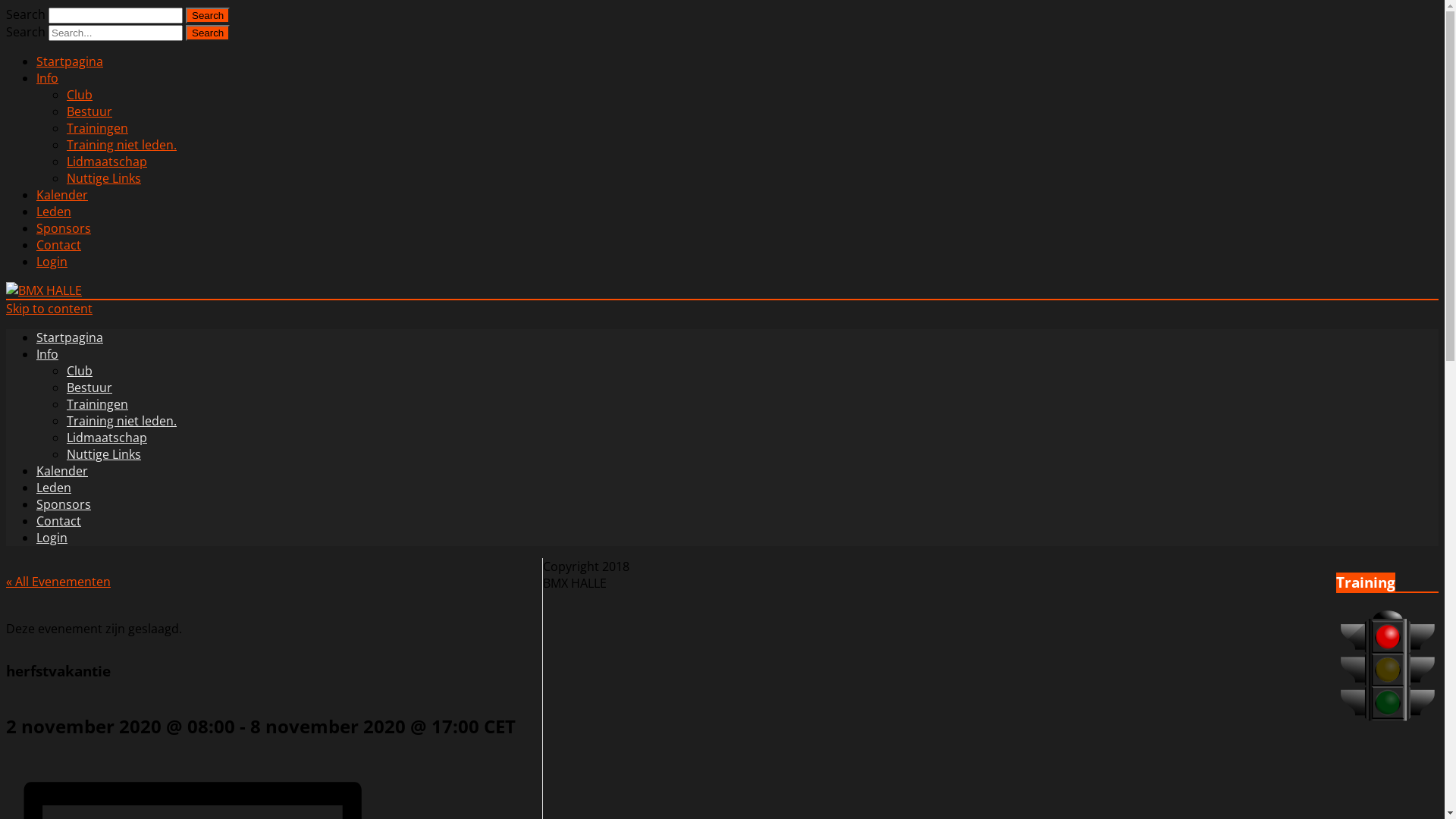 This screenshot has width=1456, height=819. What do you see at coordinates (52, 537) in the screenshot?
I see `'Login'` at bounding box center [52, 537].